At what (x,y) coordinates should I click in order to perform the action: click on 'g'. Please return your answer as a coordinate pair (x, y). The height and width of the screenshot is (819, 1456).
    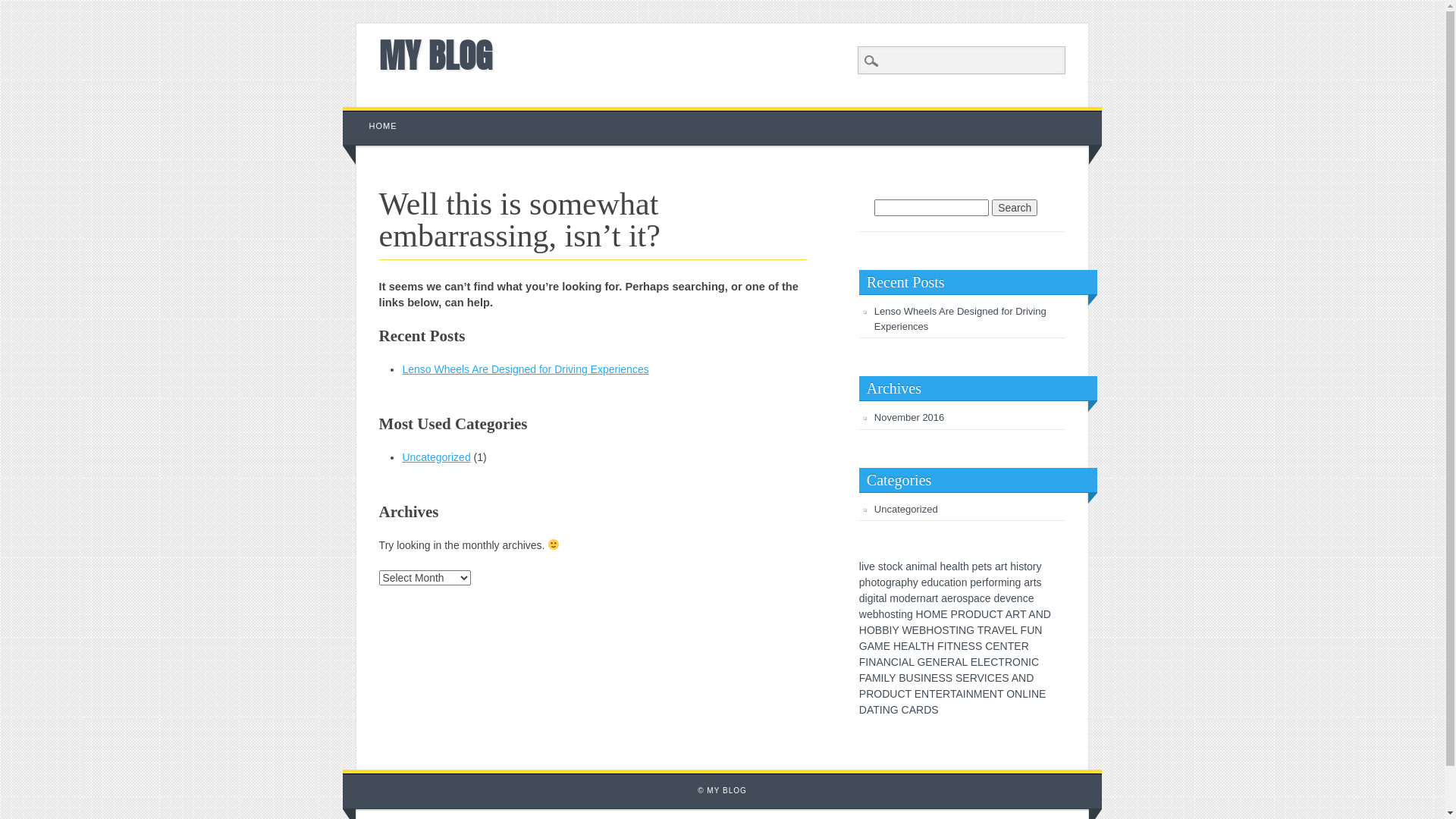
    Looking at the image, I should click on (888, 581).